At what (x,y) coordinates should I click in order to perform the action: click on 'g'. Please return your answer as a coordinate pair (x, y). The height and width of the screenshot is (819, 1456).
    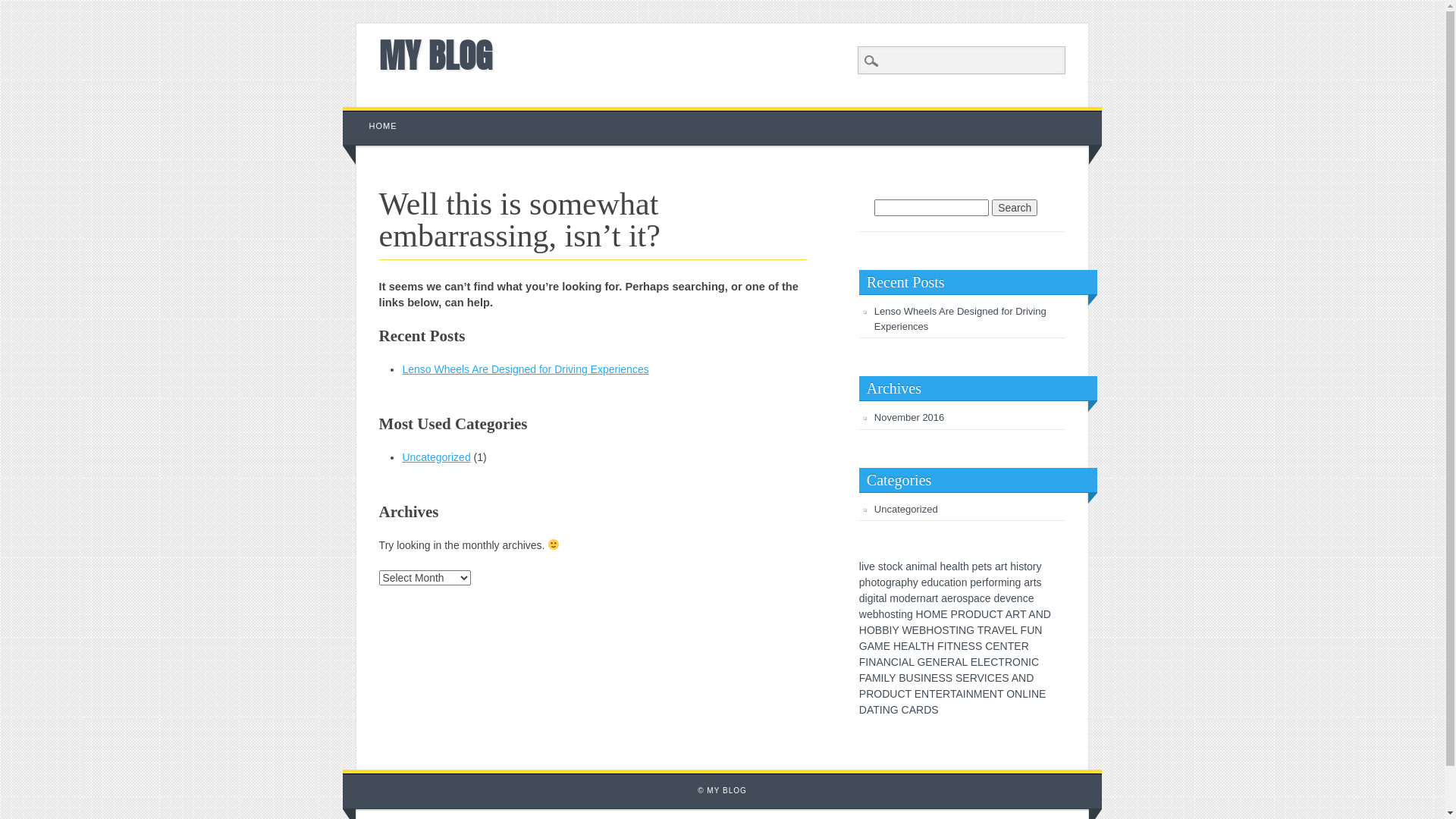
    Looking at the image, I should click on (888, 581).